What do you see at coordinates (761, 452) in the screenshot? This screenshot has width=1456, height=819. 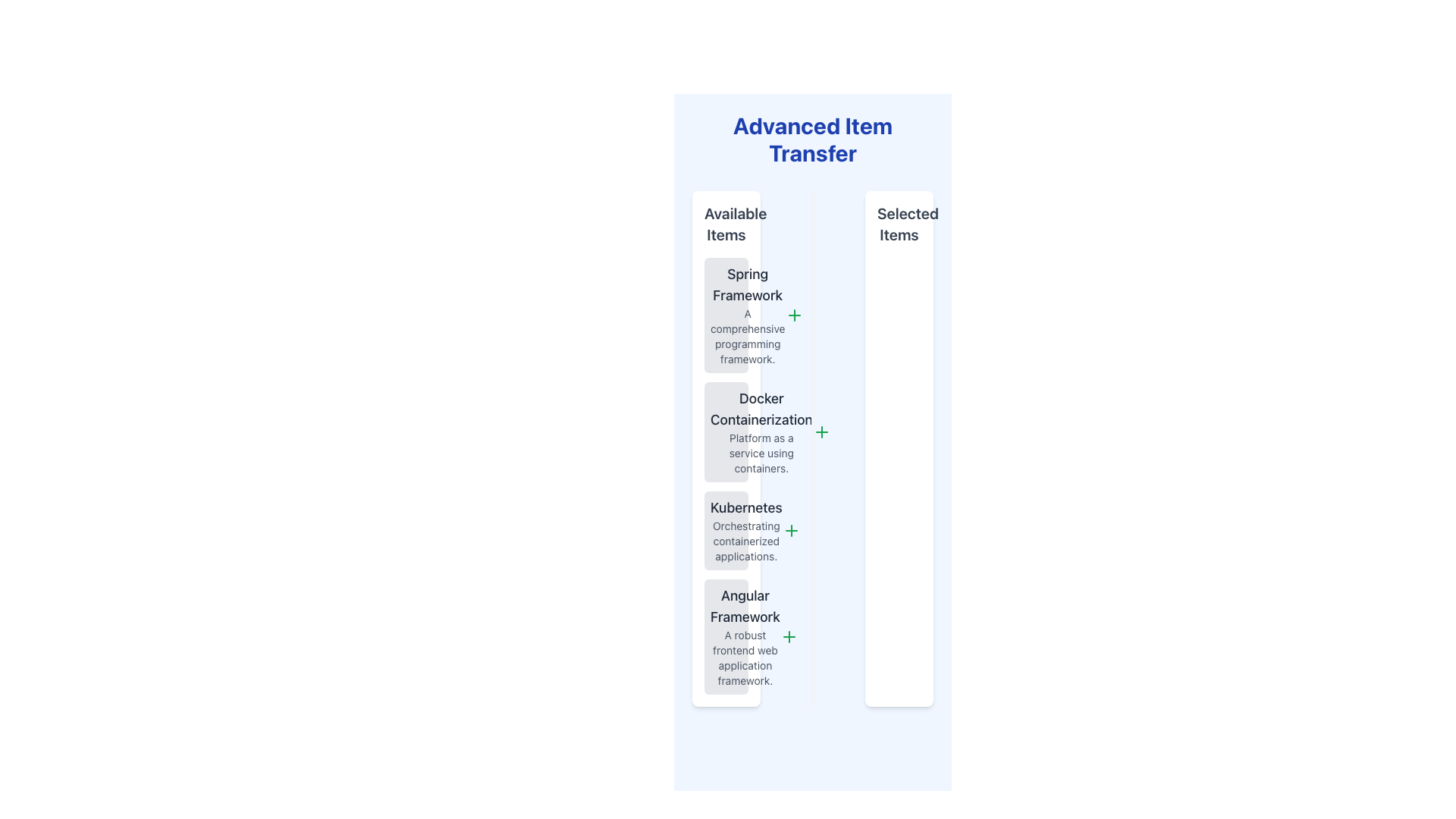 I see `the descriptive text element for 'Docker Containerization' located under the 'Available Items' section, which provides information about its purpose and function` at bounding box center [761, 452].